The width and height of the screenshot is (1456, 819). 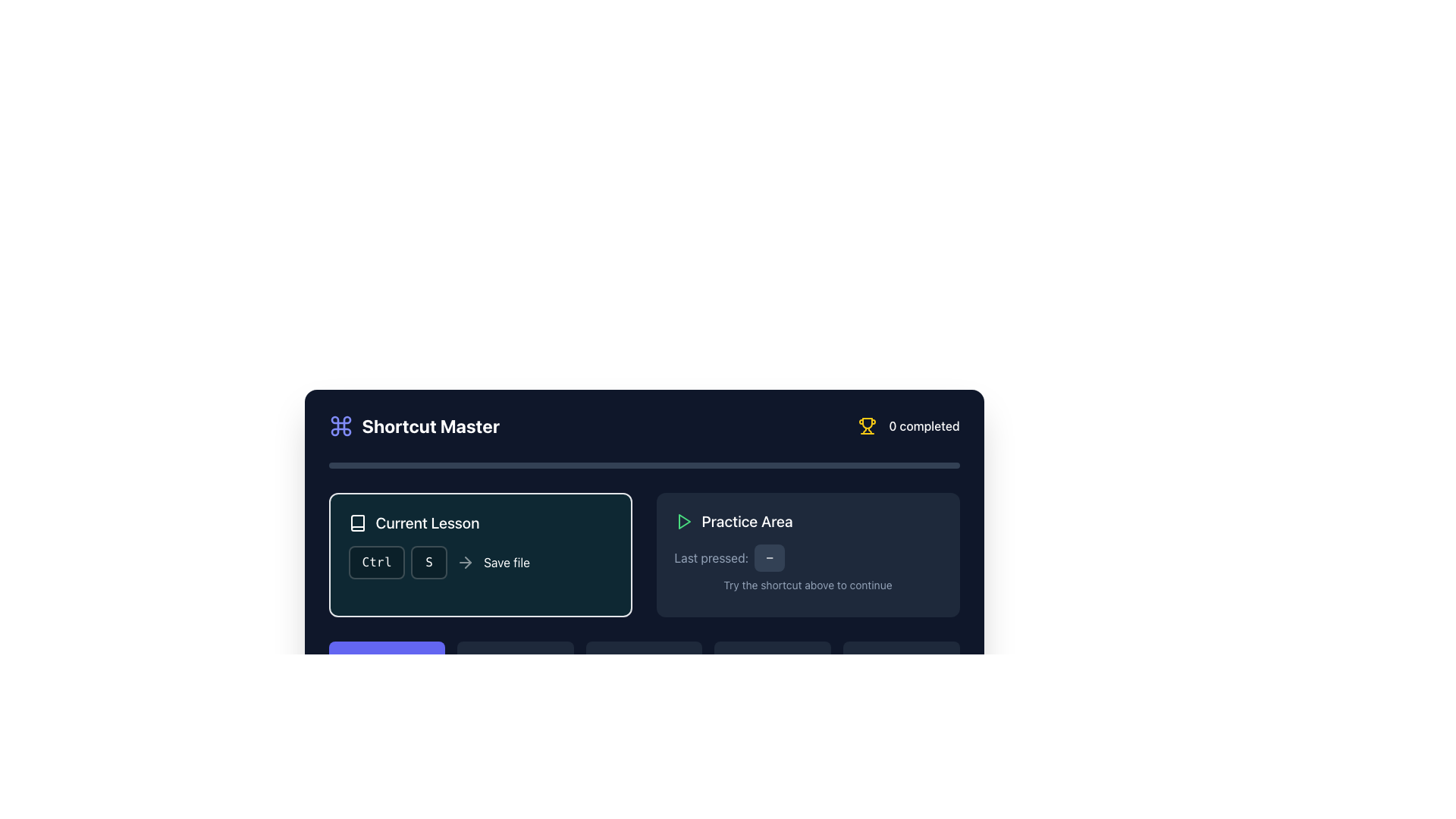 I want to click on the book-like icon located within the 'Current Lesson' card, which is styled with a light stroke and rounded corners, so click(x=356, y=522).